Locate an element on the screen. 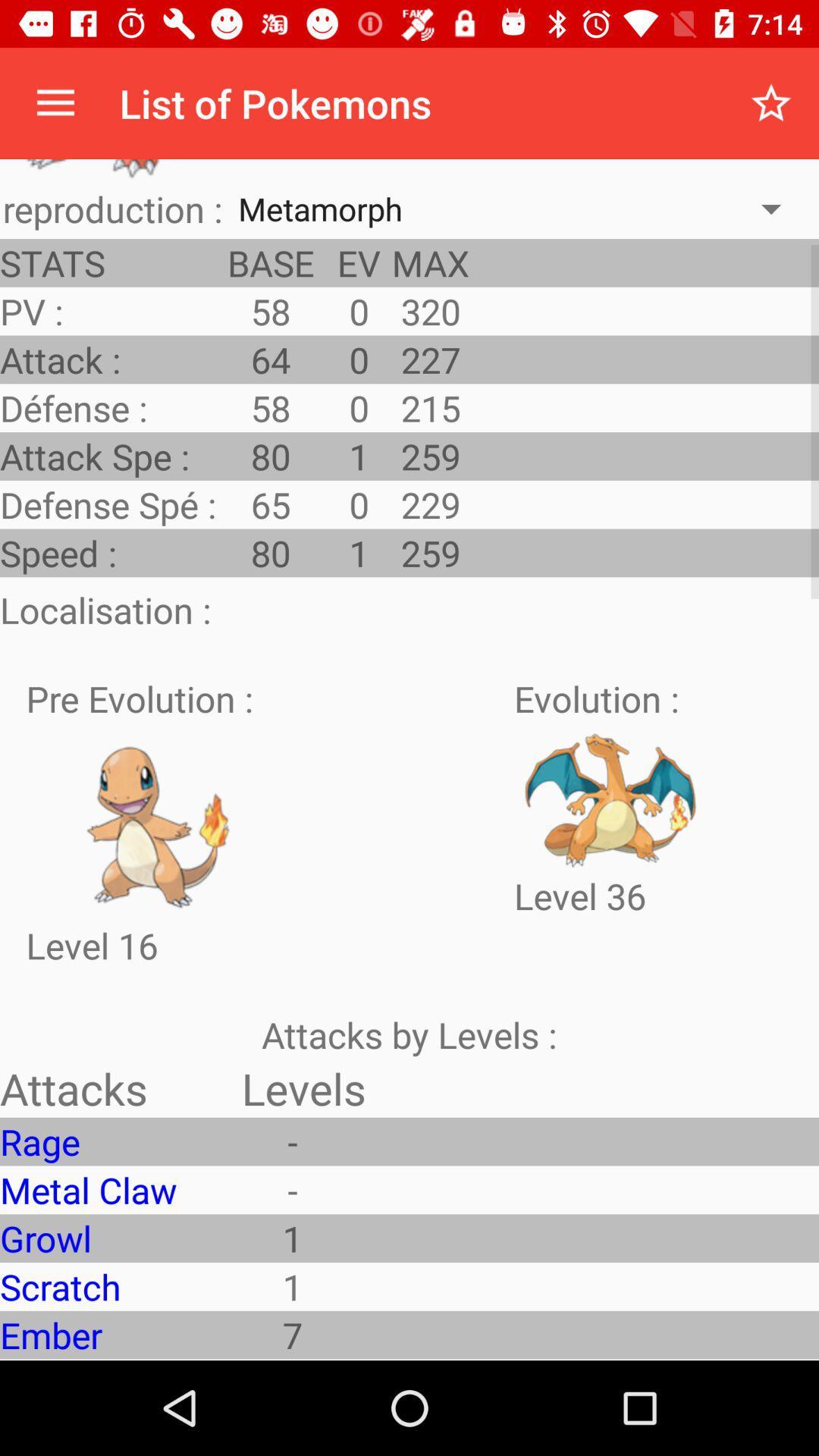 This screenshot has width=819, height=1456. pre evolution is located at coordinates (160, 821).